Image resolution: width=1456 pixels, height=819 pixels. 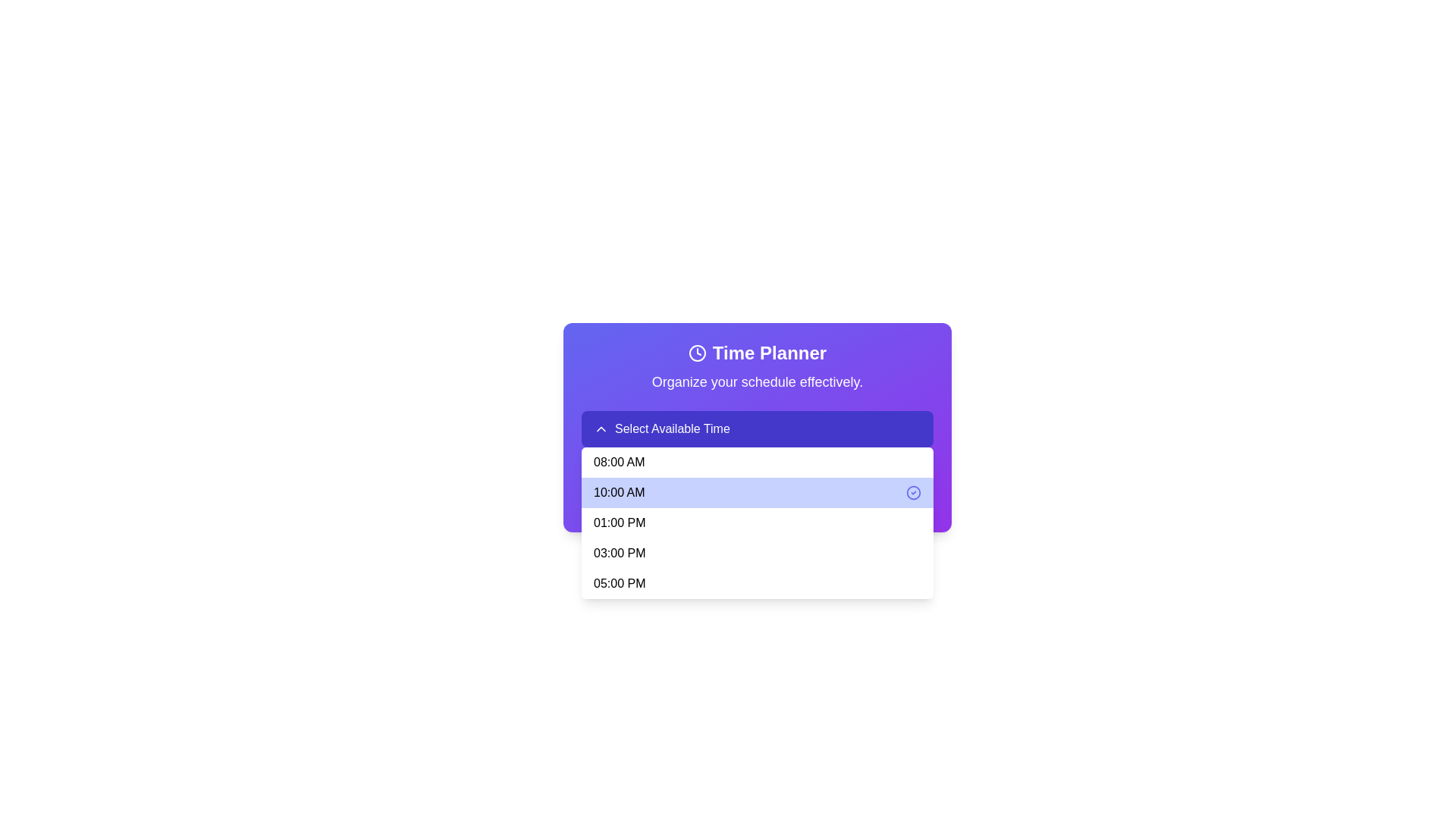 I want to click on header component titled 'Time Planner' with the subtitle 'Organize your schedule effectively.' which is located at the top center of the interface, above the 'Select Available Time' section, so click(x=757, y=366).